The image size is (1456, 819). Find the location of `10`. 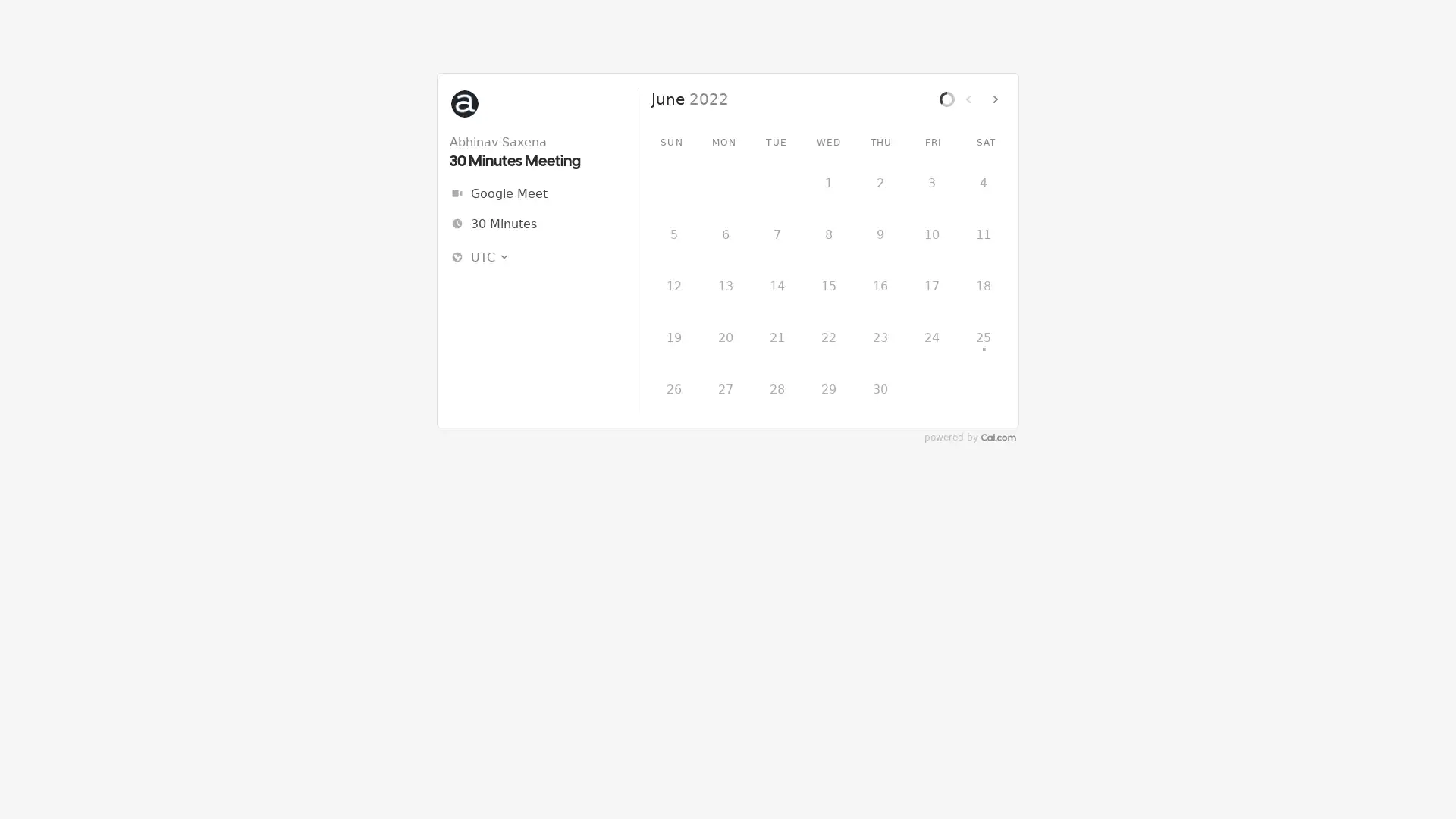

10 is located at coordinates (930, 234).